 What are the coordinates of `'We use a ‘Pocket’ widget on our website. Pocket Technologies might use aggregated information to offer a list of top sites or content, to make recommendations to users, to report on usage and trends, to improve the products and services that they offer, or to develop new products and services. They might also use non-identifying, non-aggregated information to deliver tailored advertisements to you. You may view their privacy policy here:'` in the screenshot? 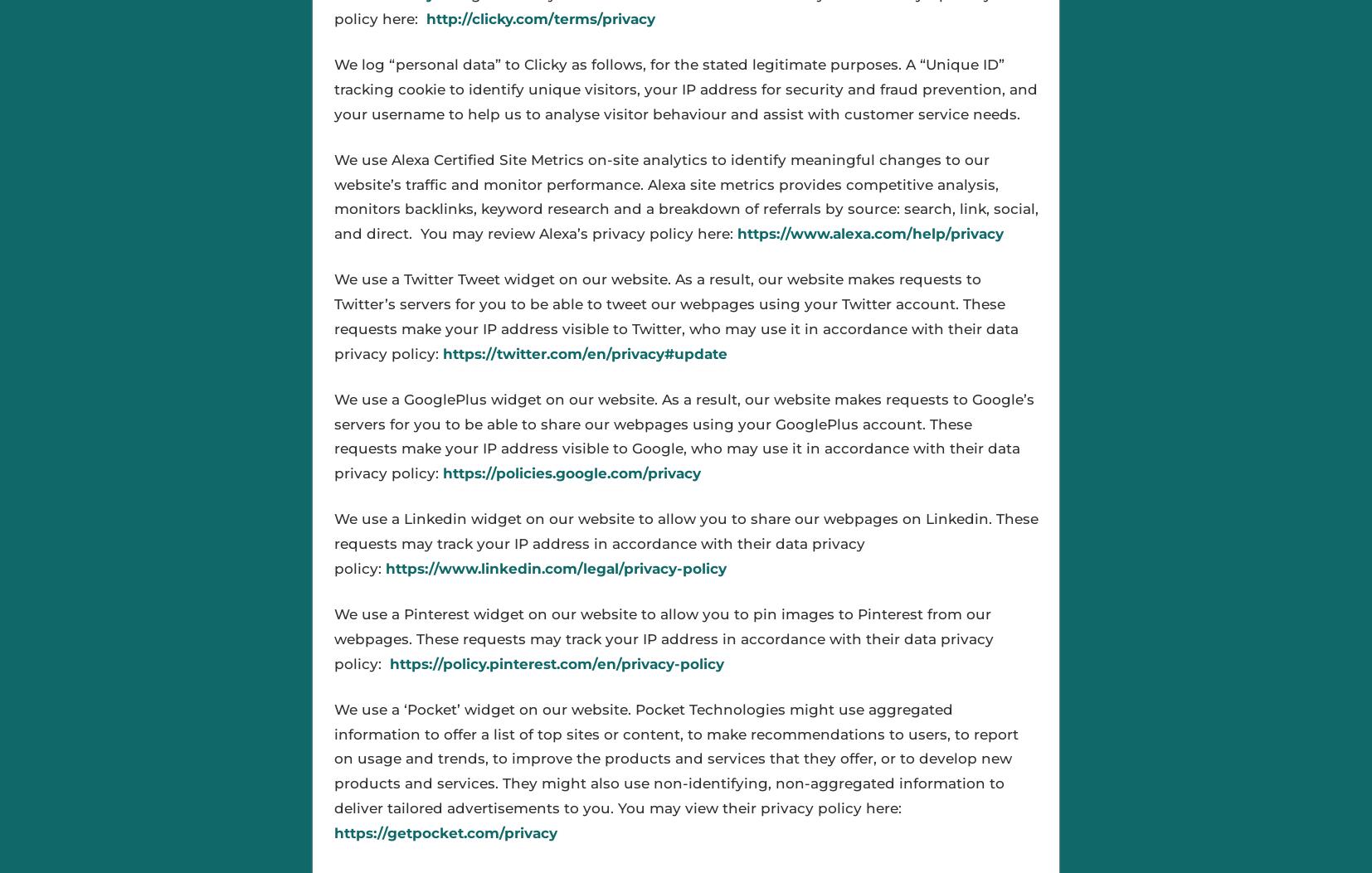 It's located at (675, 757).